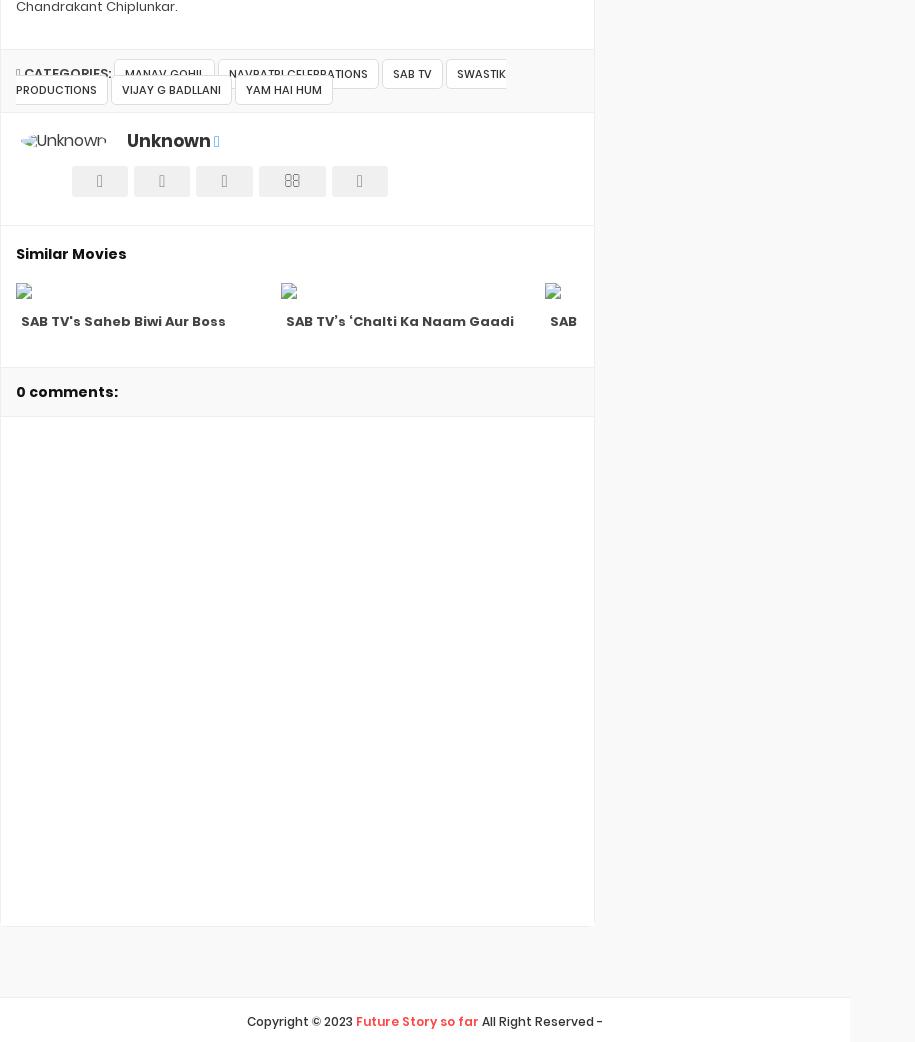  Describe the element at coordinates (417, 1021) in the screenshot. I see `'Future Story so far'` at that location.